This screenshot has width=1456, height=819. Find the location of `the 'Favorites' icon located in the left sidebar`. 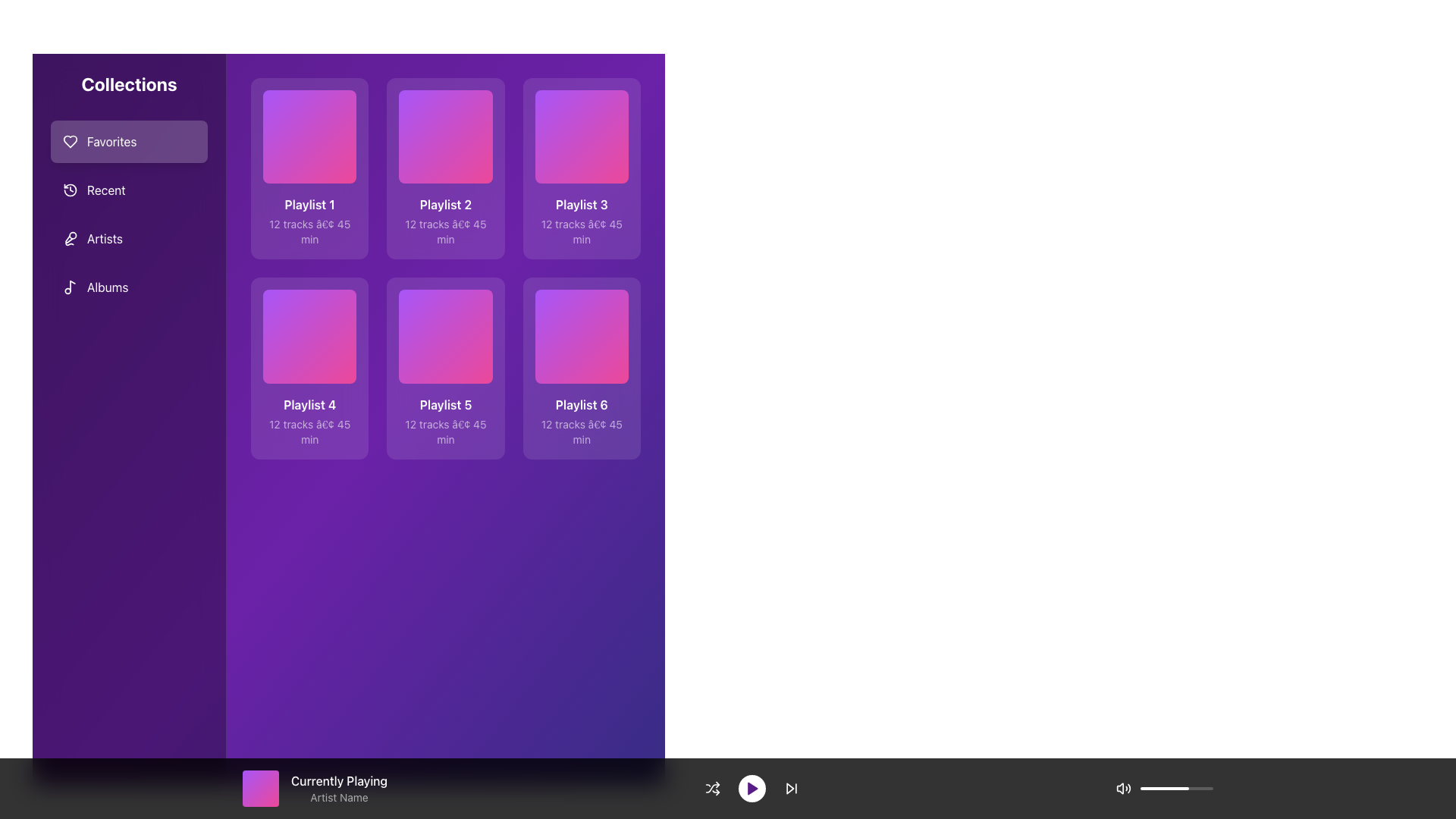

the 'Favorites' icon located in the left sidebar is located at coordinates (69, 141).